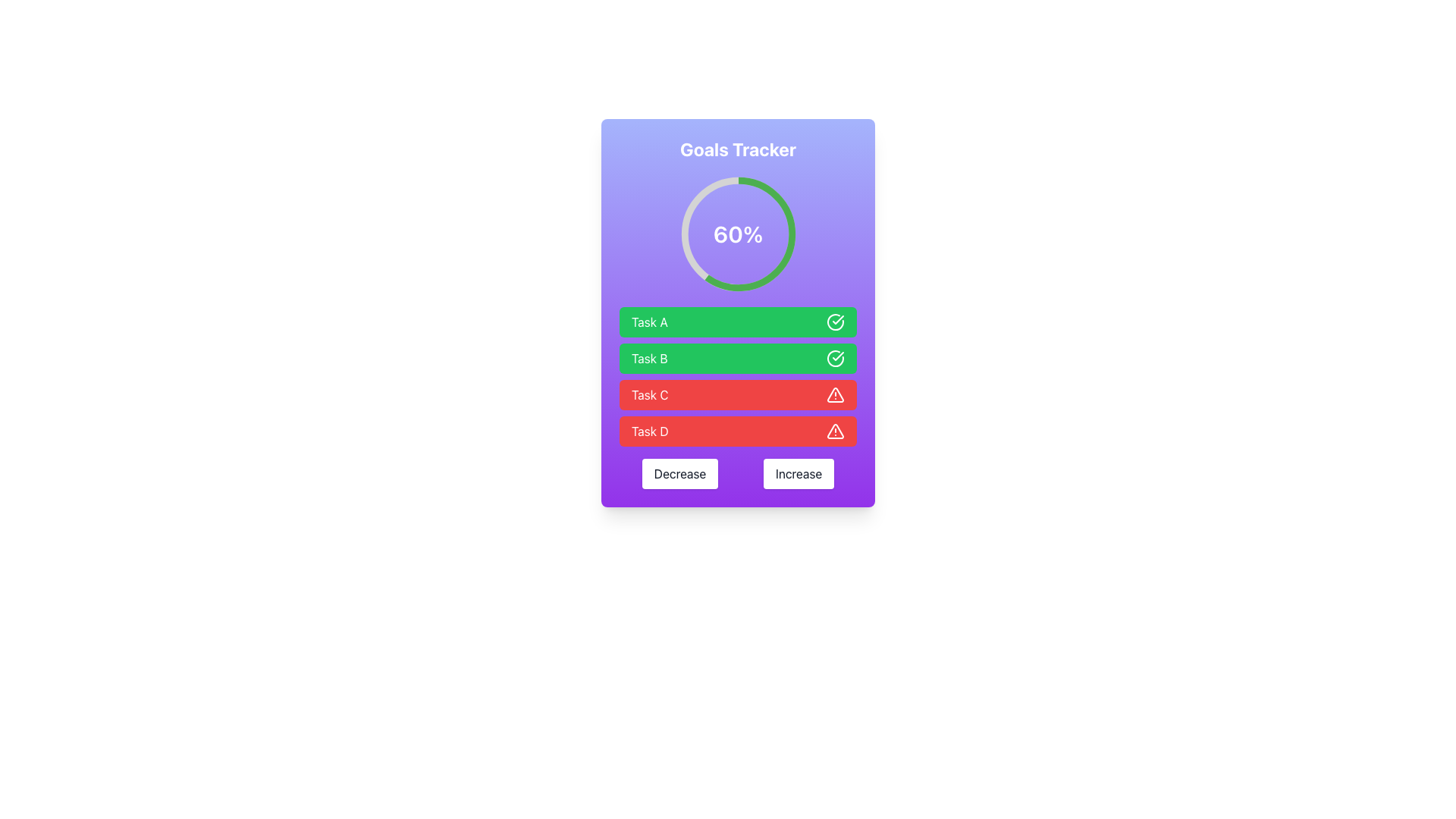 This screenshot has width=1456, height=819. Describe the element at coordinates (837, 318) in the screenshot. I see `the checkmark icon located on the right side of the green bar labeled 'Task B', which is the second bar in a vertical list of four bars` at that location.